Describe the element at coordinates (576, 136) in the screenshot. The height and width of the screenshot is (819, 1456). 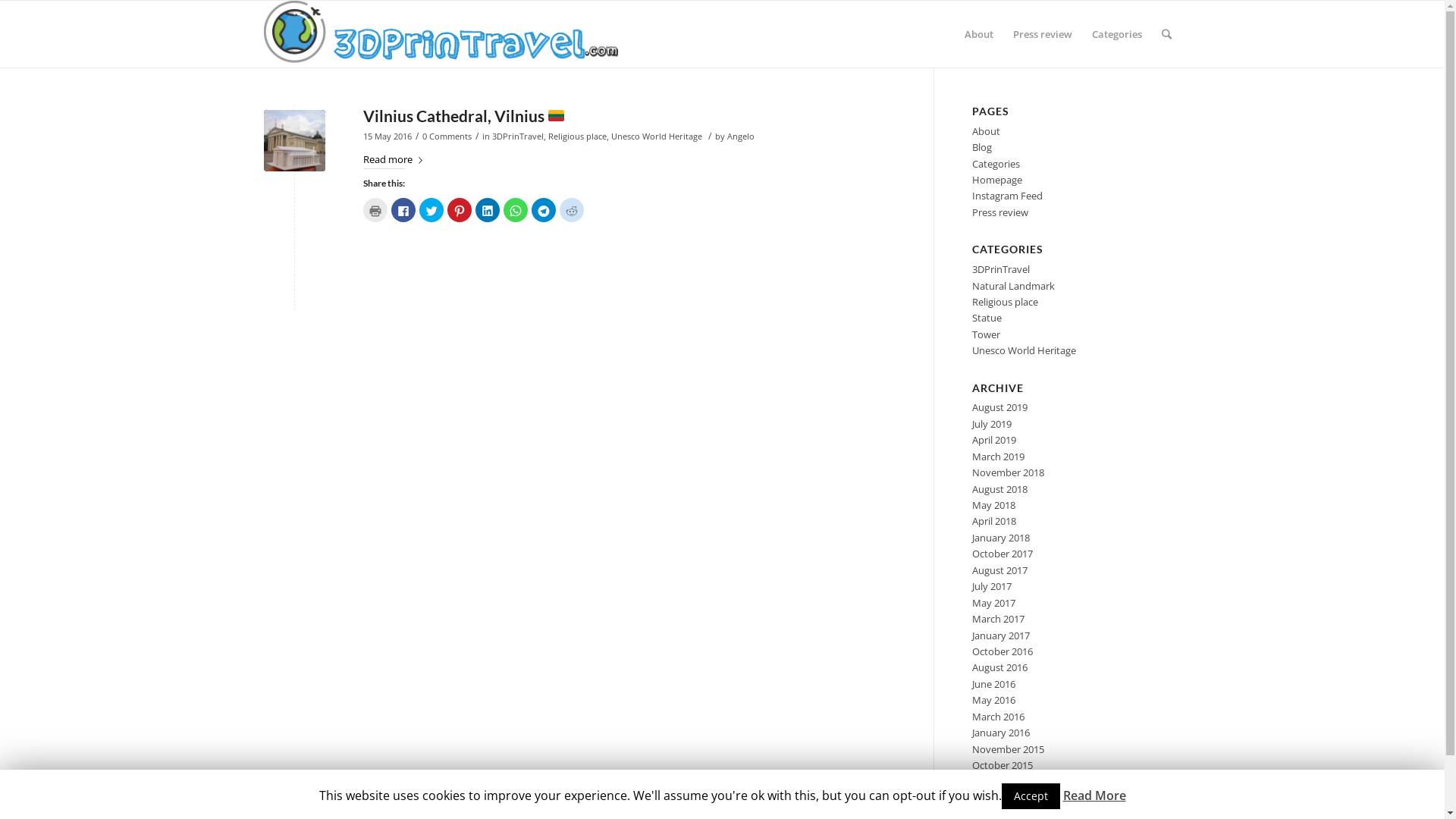
I see `'Religious place'` at that location.